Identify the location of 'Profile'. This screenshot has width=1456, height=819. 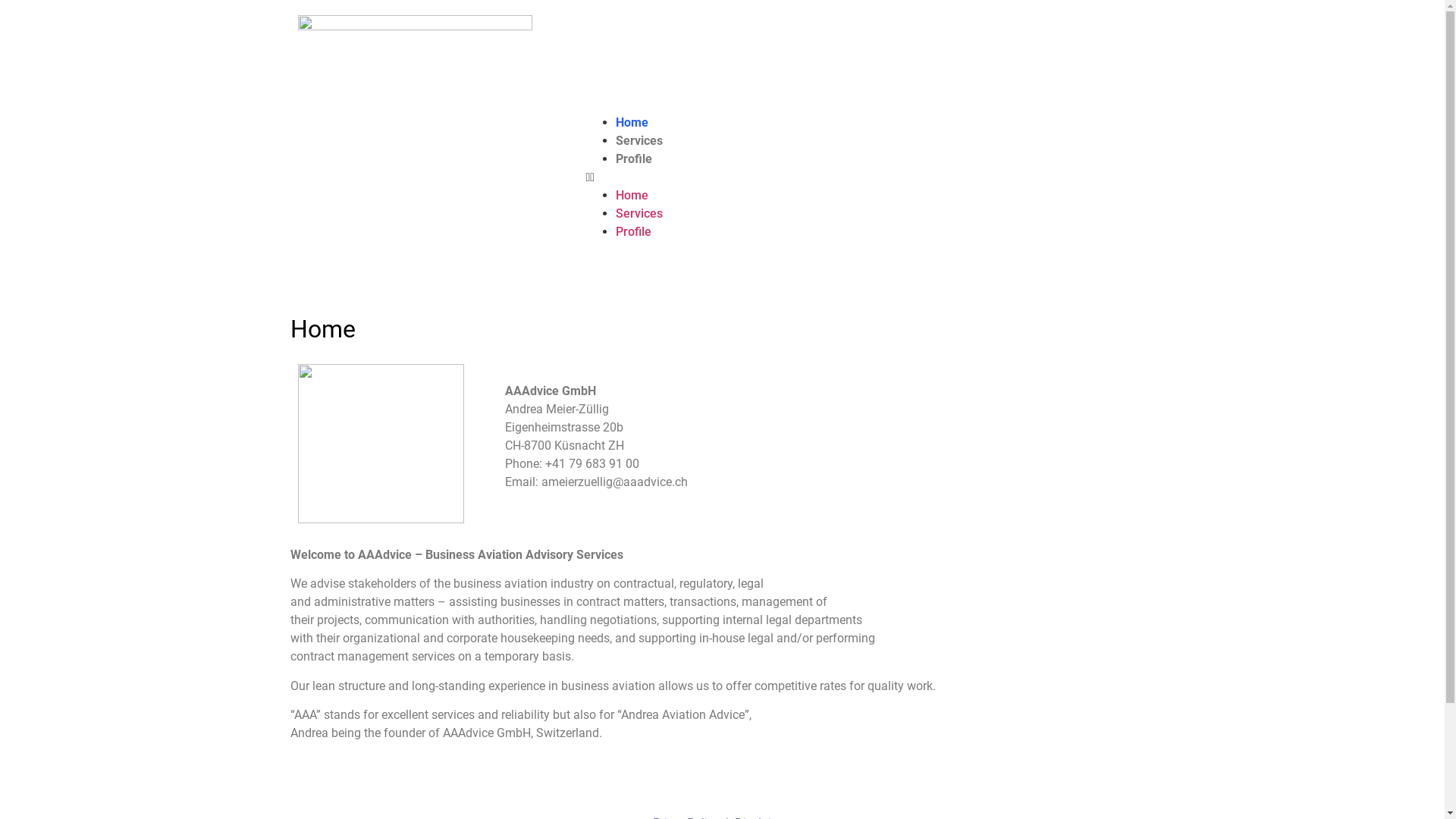
(615, 231).